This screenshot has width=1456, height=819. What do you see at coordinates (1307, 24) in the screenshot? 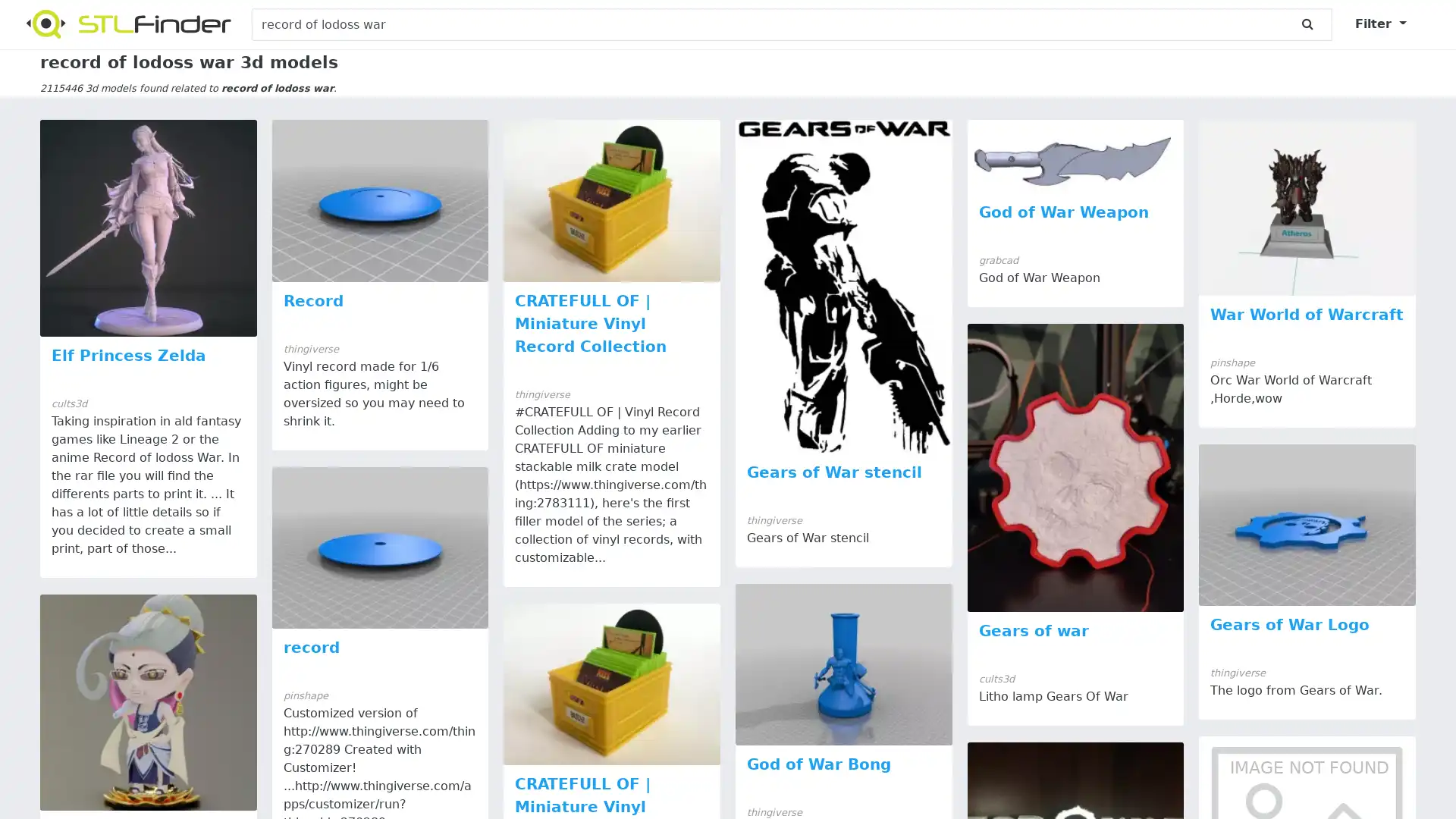
I see `submit` at bounding box center [1307, 24].